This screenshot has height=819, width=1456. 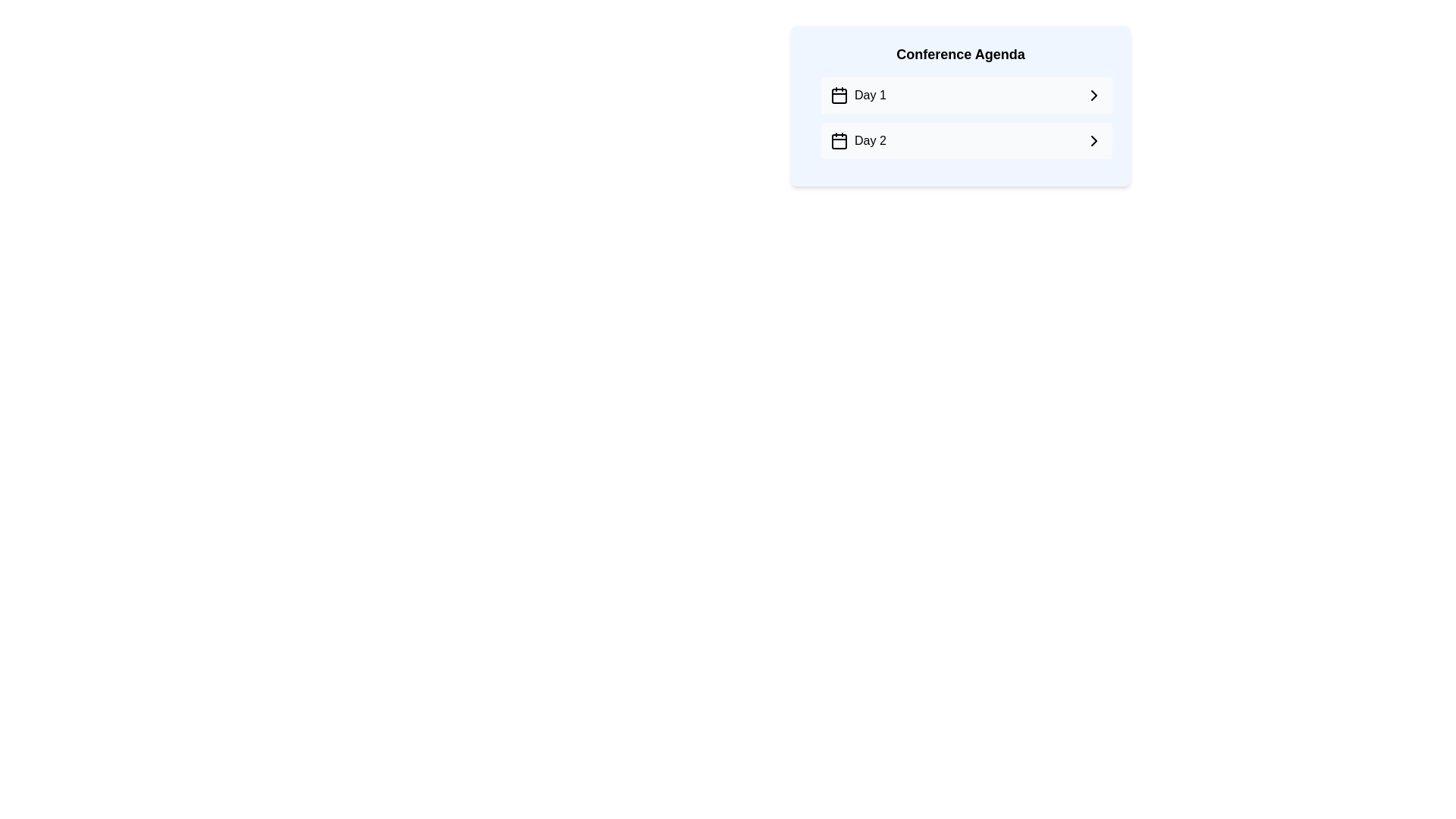 What do you see at coordinates (1094, 140) in the screenshot?
I see `the right-pointing chevron icon located at the end of the 'Day 2' row in the 'Conference Agenda' section` at bounding box center [1094, 140].